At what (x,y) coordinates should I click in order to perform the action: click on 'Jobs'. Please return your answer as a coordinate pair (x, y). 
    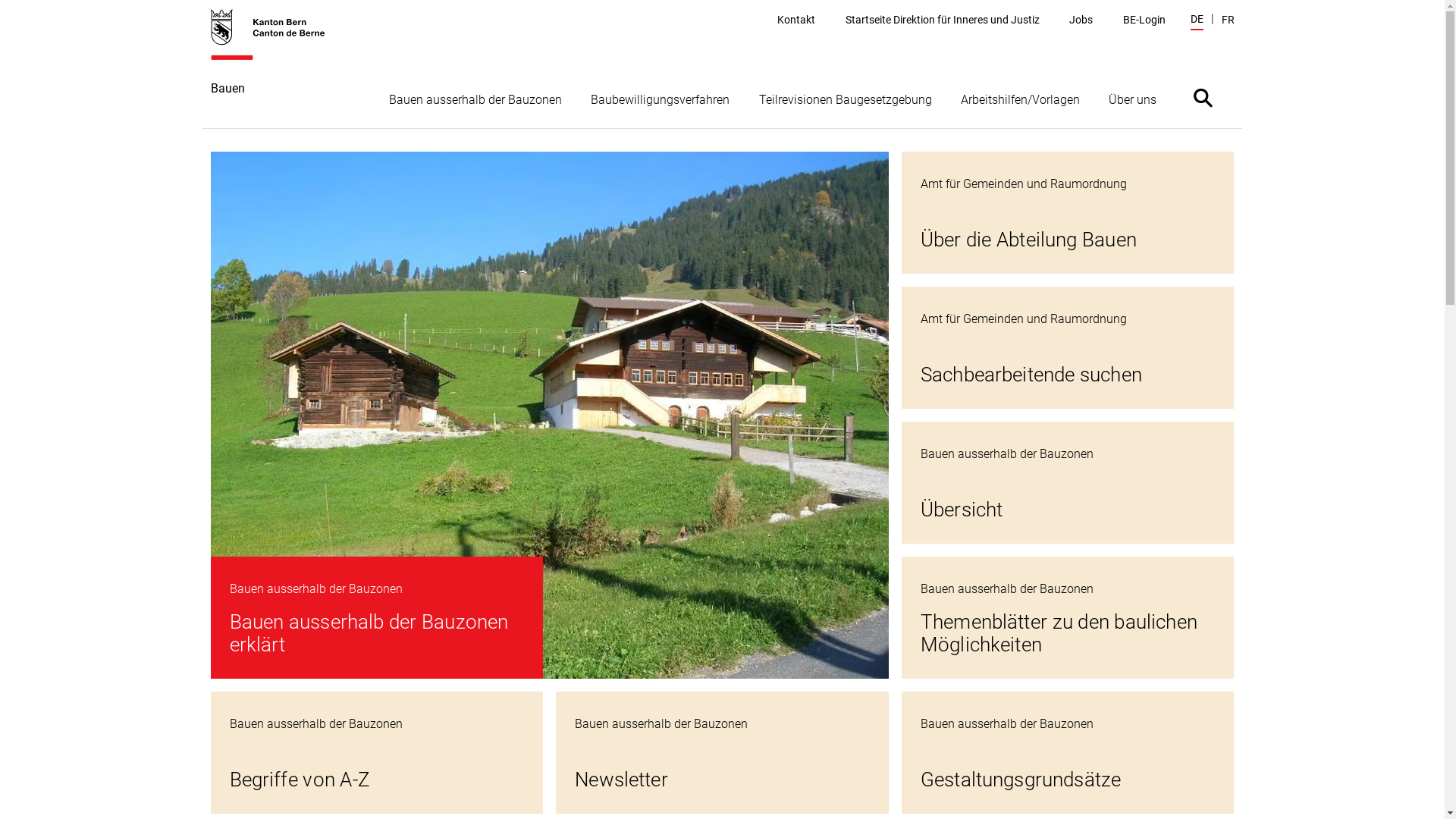
    Looking at the image, I should click on (1068, 20).